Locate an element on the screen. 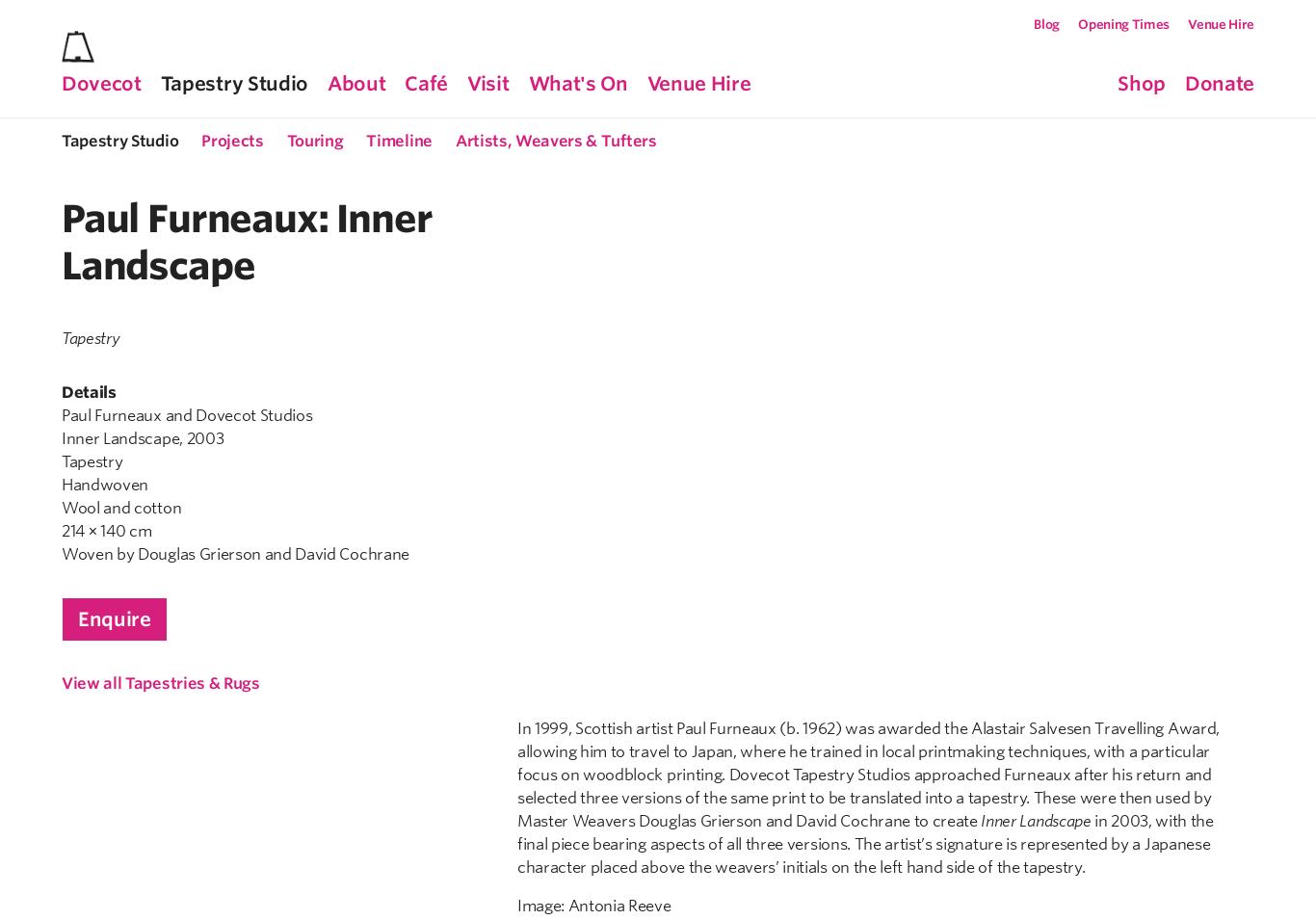 The image size is (1316, 920). 'Registered Office' is located at coordinates (712, 690).